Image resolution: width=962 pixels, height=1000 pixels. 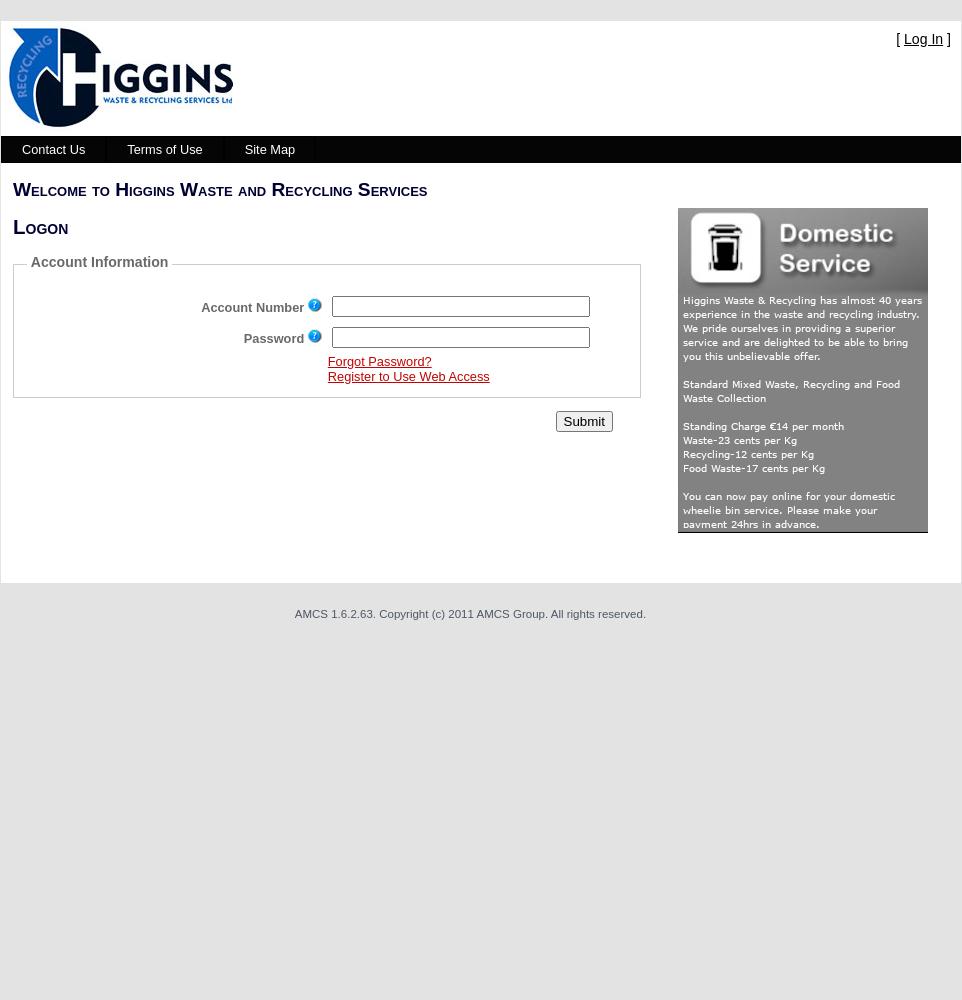 What do you see at coordinates (406, 375) in the screenshot?
I see `'Register to Use Web Access'` at bounding box center [406, 375].